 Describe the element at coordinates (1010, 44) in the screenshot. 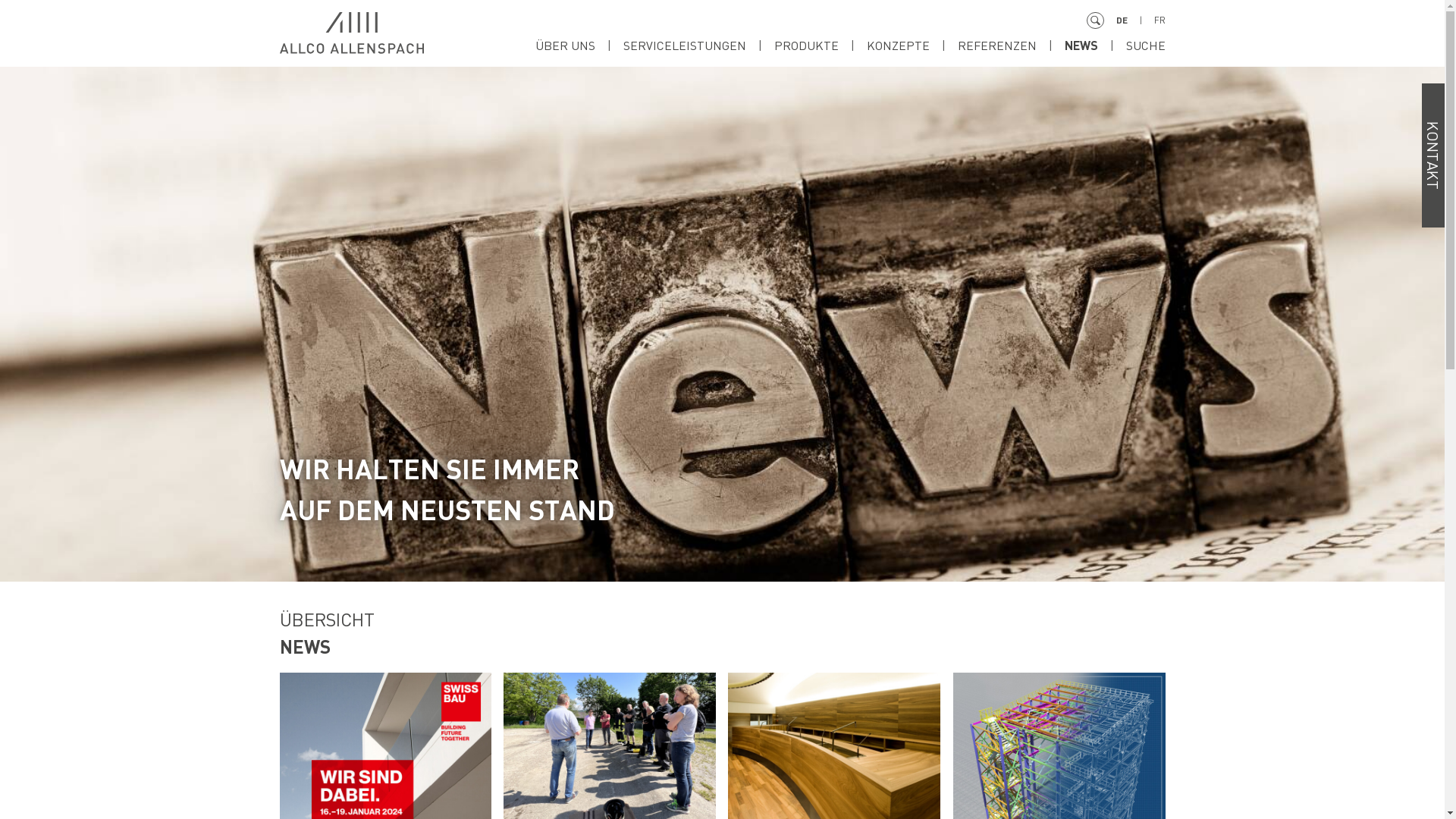

I see `'REFERENZEN'` at that location.